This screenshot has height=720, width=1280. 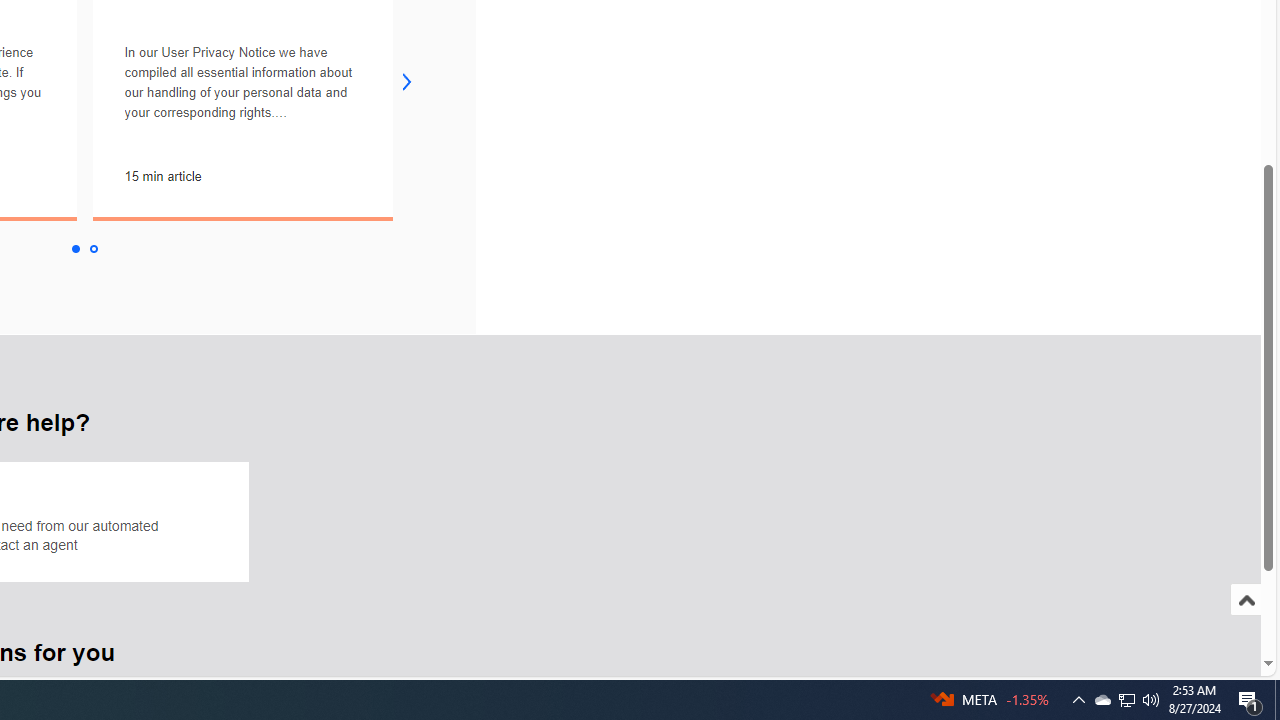 What do you see at coordinates (93, 248) in the screenshot?
I see `'Slide 2 '` at bounding box center [93, 248].